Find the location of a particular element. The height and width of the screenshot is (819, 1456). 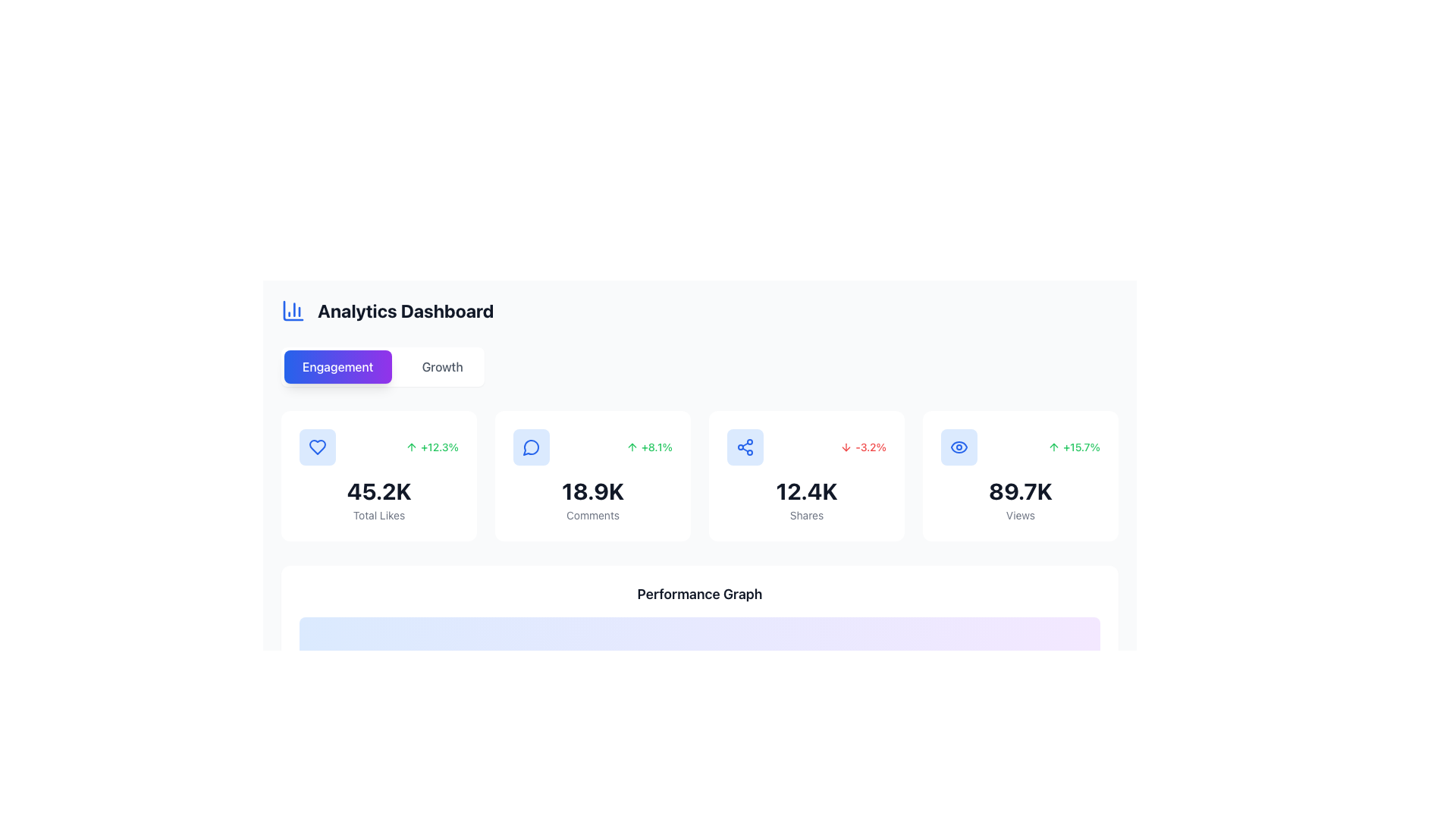

the heart-shaped icon with a blue outline that represents the 'Total Likes' metric, which is prominently displayed on a light blue background is located at coordinates (316, 447).